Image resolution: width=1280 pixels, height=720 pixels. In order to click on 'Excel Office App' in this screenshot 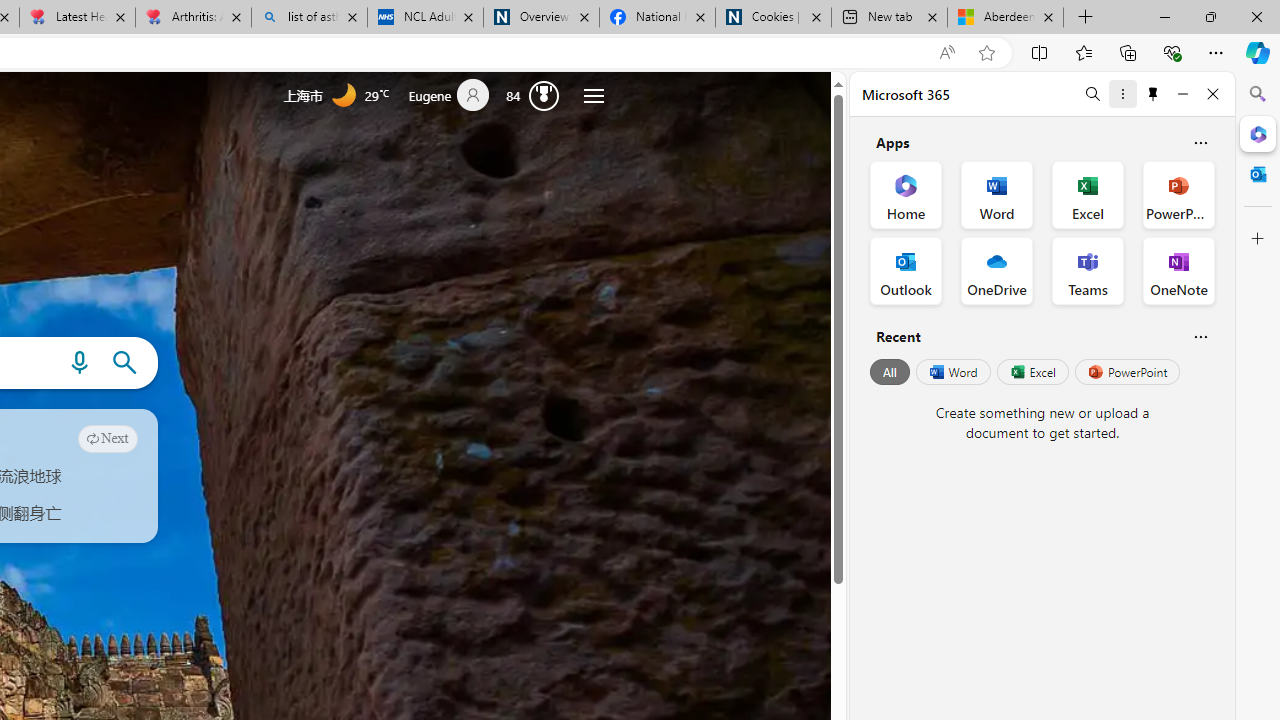, I will do `click(1087, 195)`.